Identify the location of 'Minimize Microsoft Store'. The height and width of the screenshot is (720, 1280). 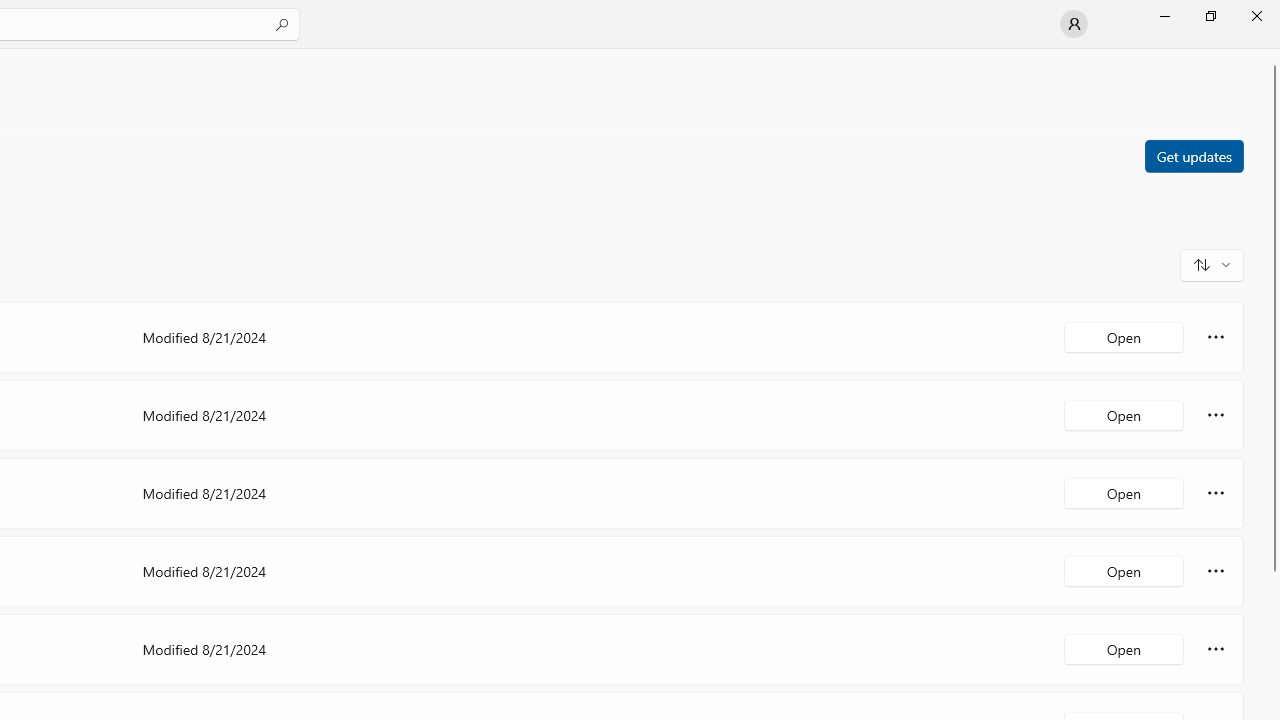
(1164, 15).